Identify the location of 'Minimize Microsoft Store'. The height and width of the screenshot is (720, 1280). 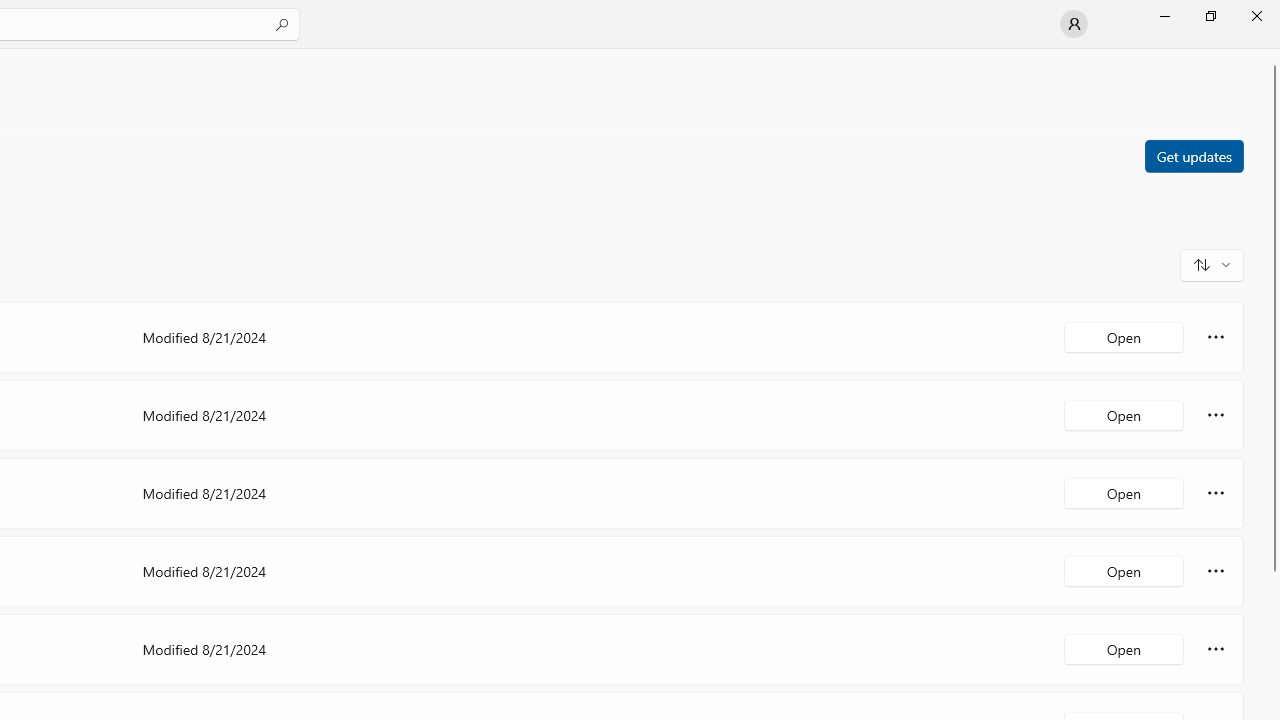
(1164, 15).